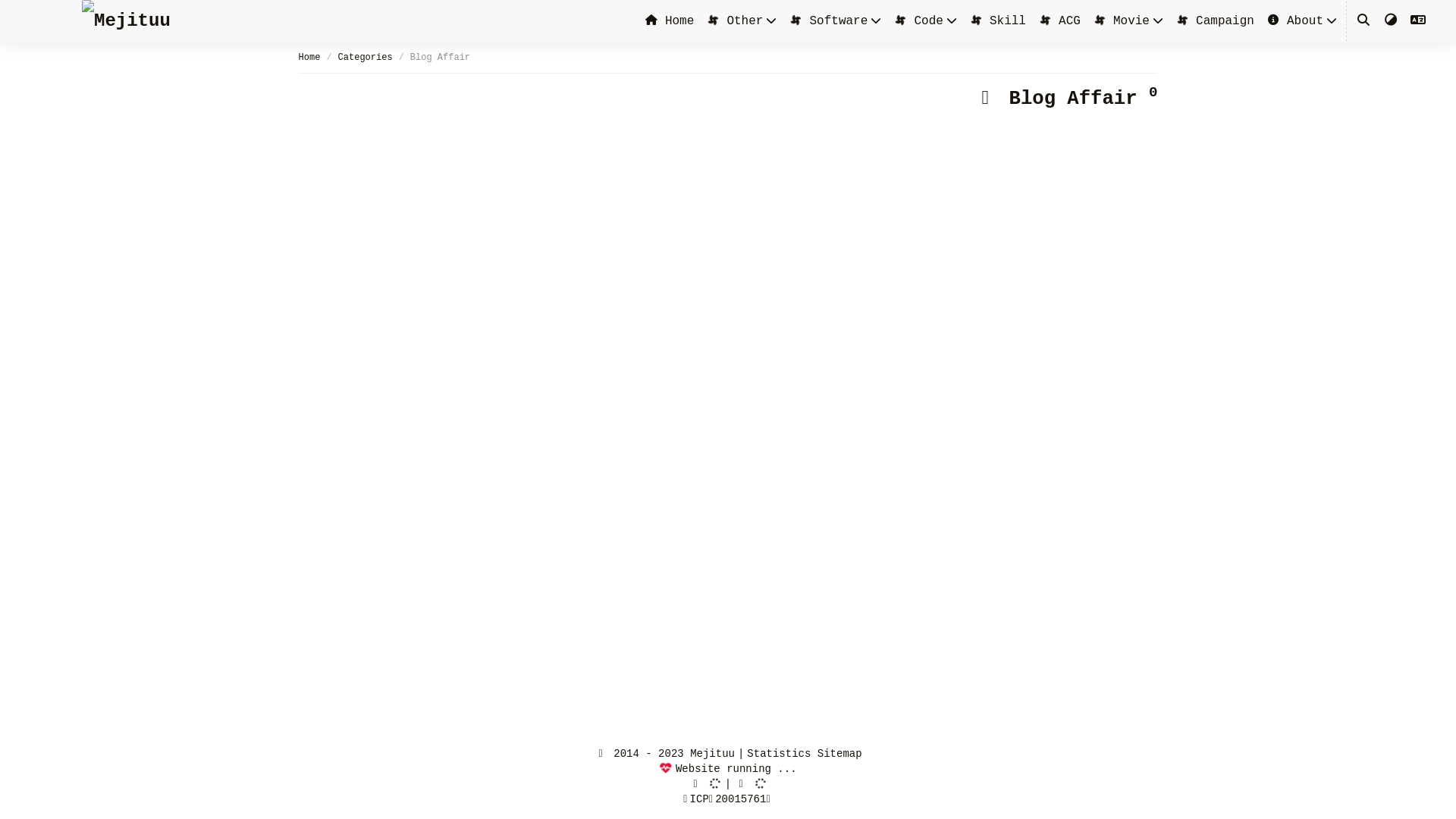  I want to click on 'Categories', so click(365, 57).